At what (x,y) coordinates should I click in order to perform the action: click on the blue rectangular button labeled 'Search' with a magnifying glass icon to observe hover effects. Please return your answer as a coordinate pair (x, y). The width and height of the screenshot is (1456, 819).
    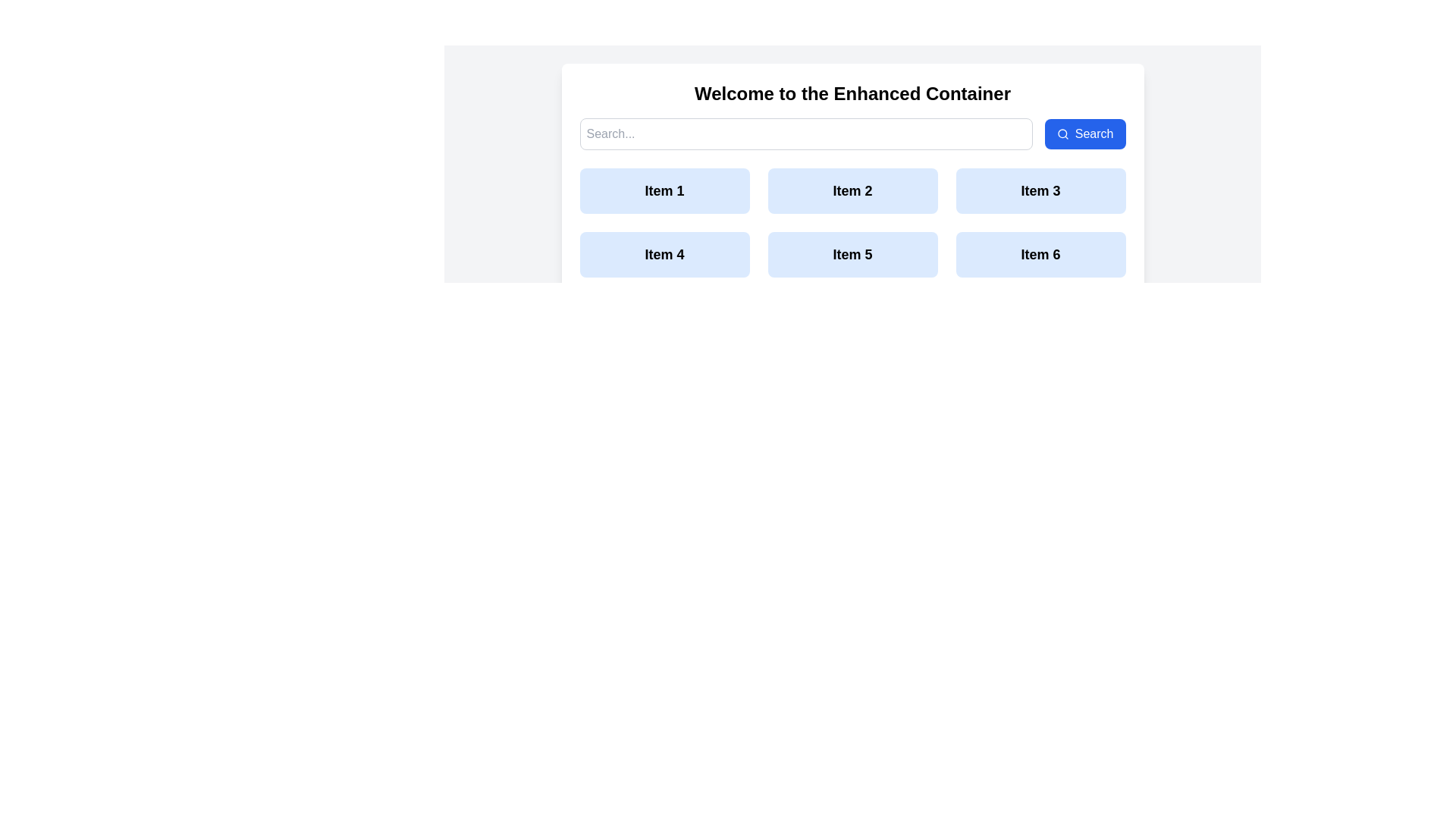
    Looking at the image, I should click on (1084, 133).